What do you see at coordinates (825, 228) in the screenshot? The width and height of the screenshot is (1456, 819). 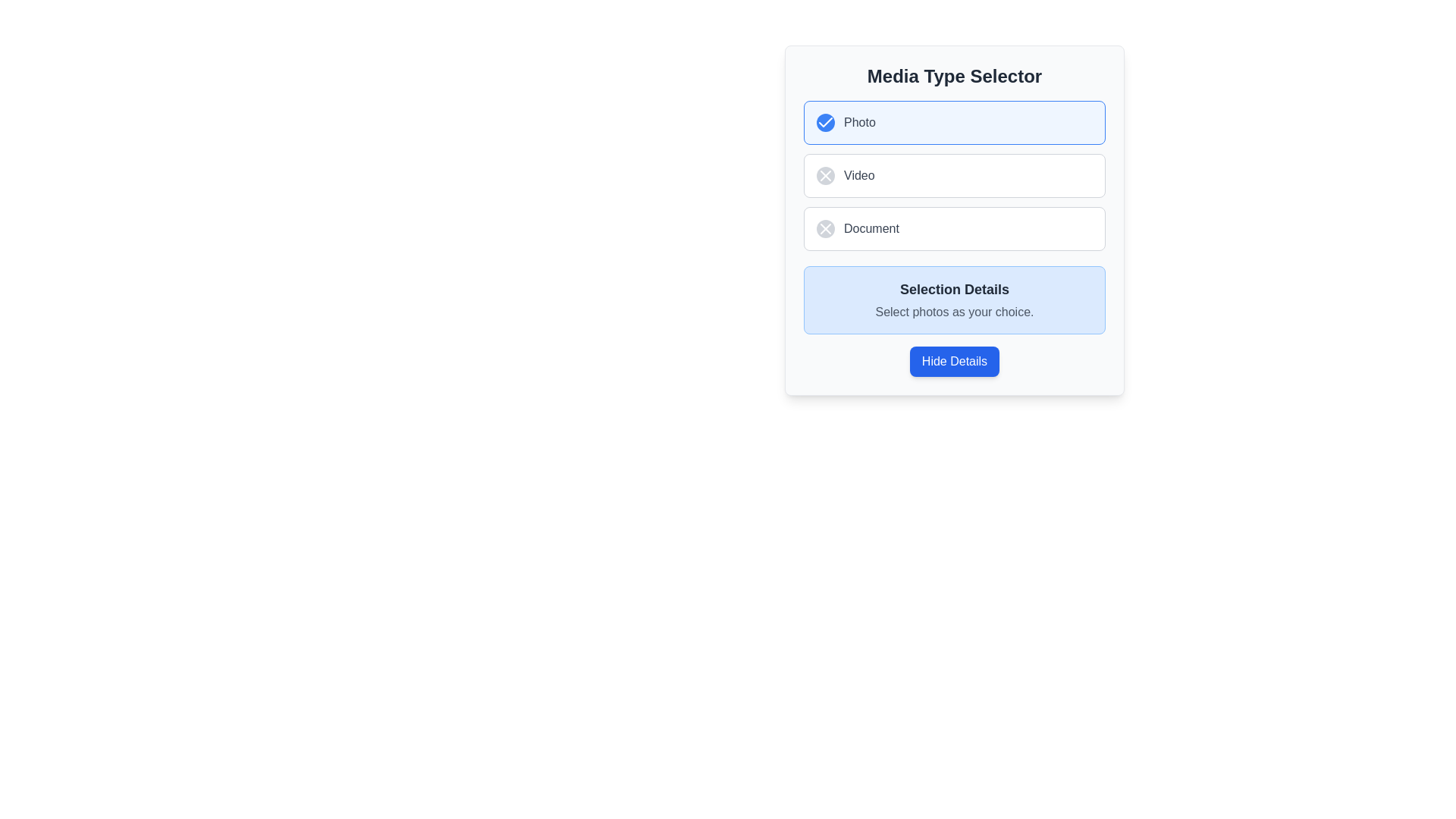 I see `the unselected state indicator for the 'Document' radio option, which is located in the top-left corner of the option, to the left of the text label 'Document'` at bounding box center [825, 228].